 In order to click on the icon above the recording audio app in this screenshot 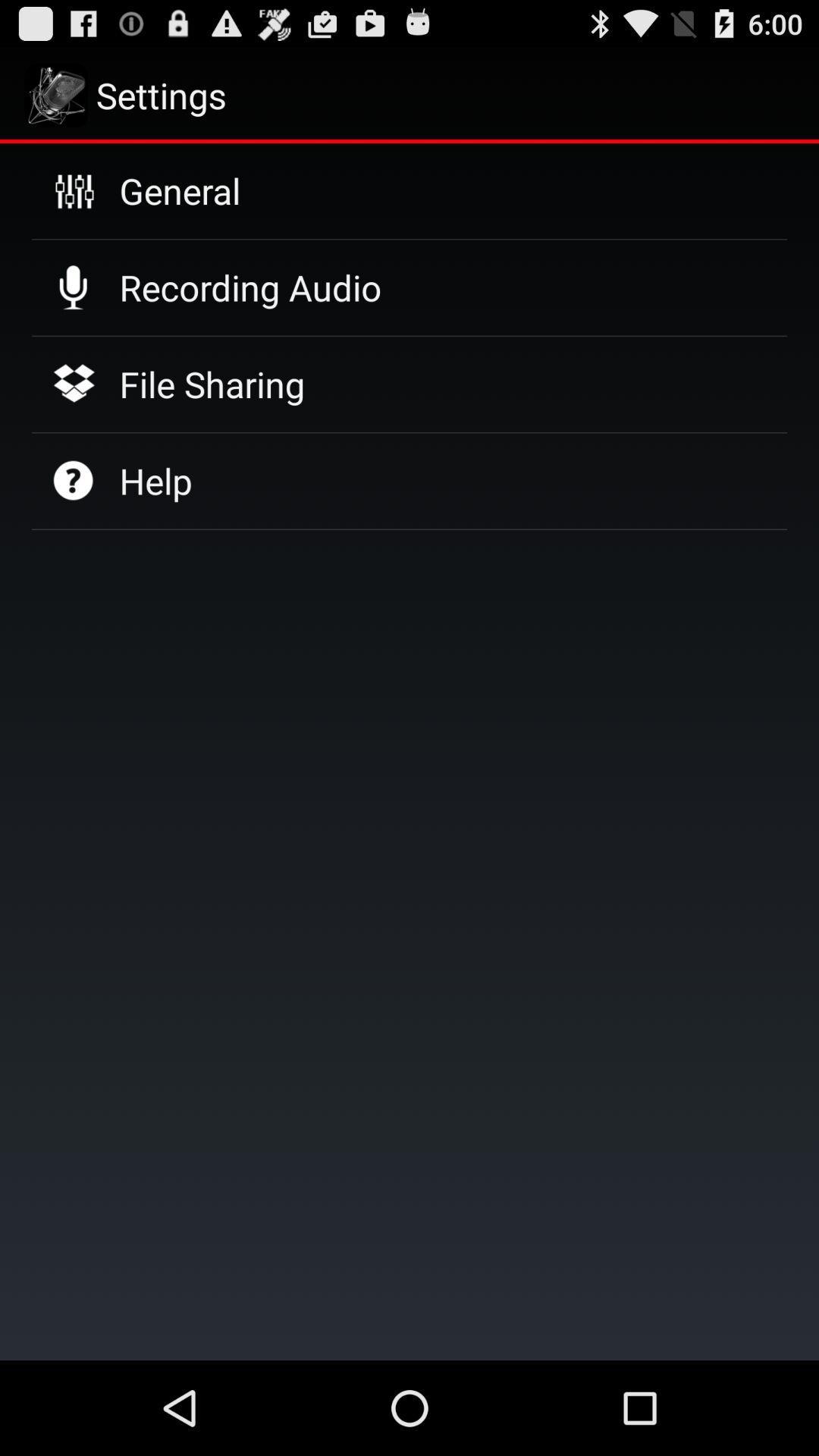, I will do `click(179, 190)`.